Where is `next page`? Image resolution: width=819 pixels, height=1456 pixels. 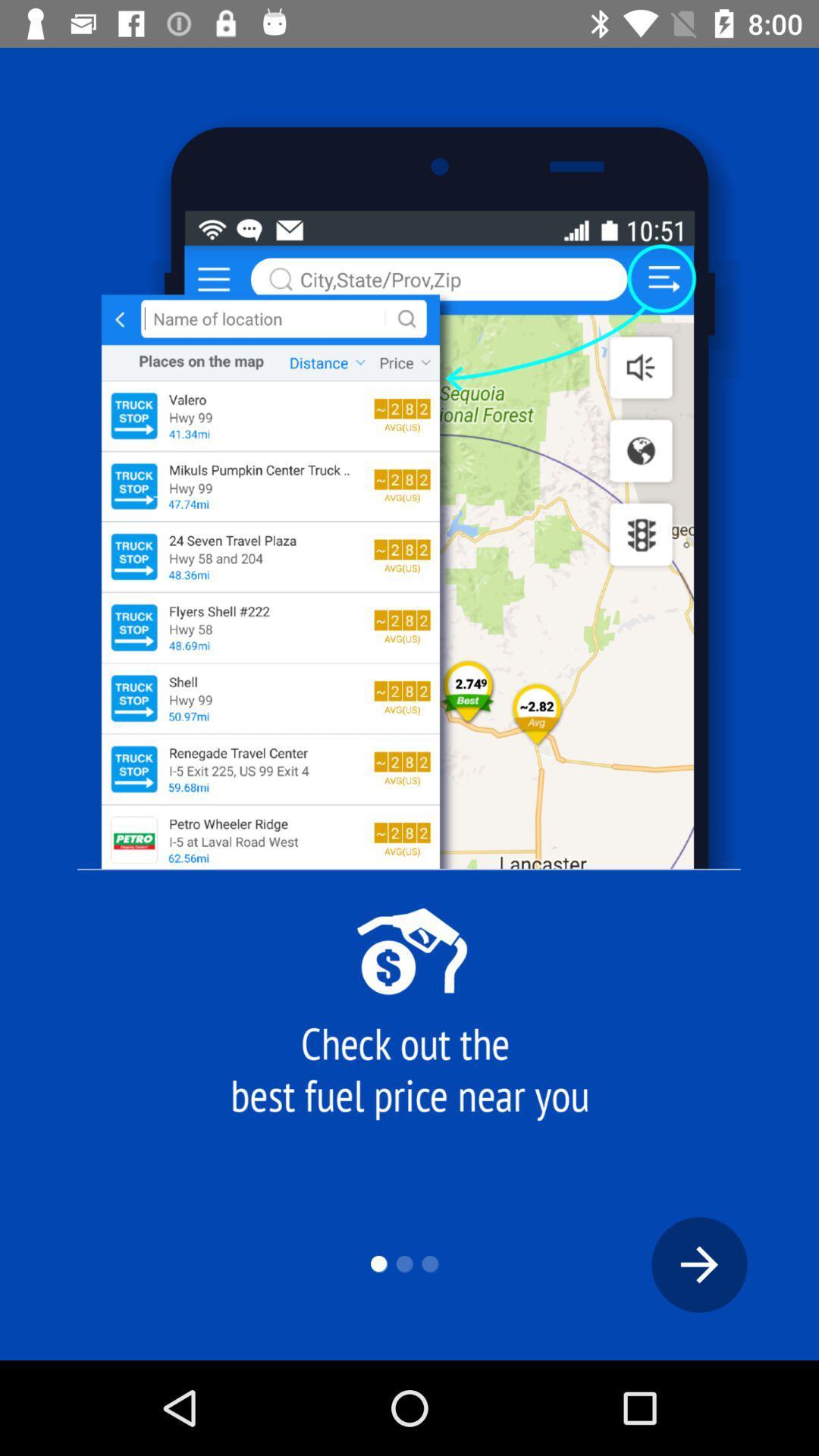 next page is located at coordinates (699, 1264).